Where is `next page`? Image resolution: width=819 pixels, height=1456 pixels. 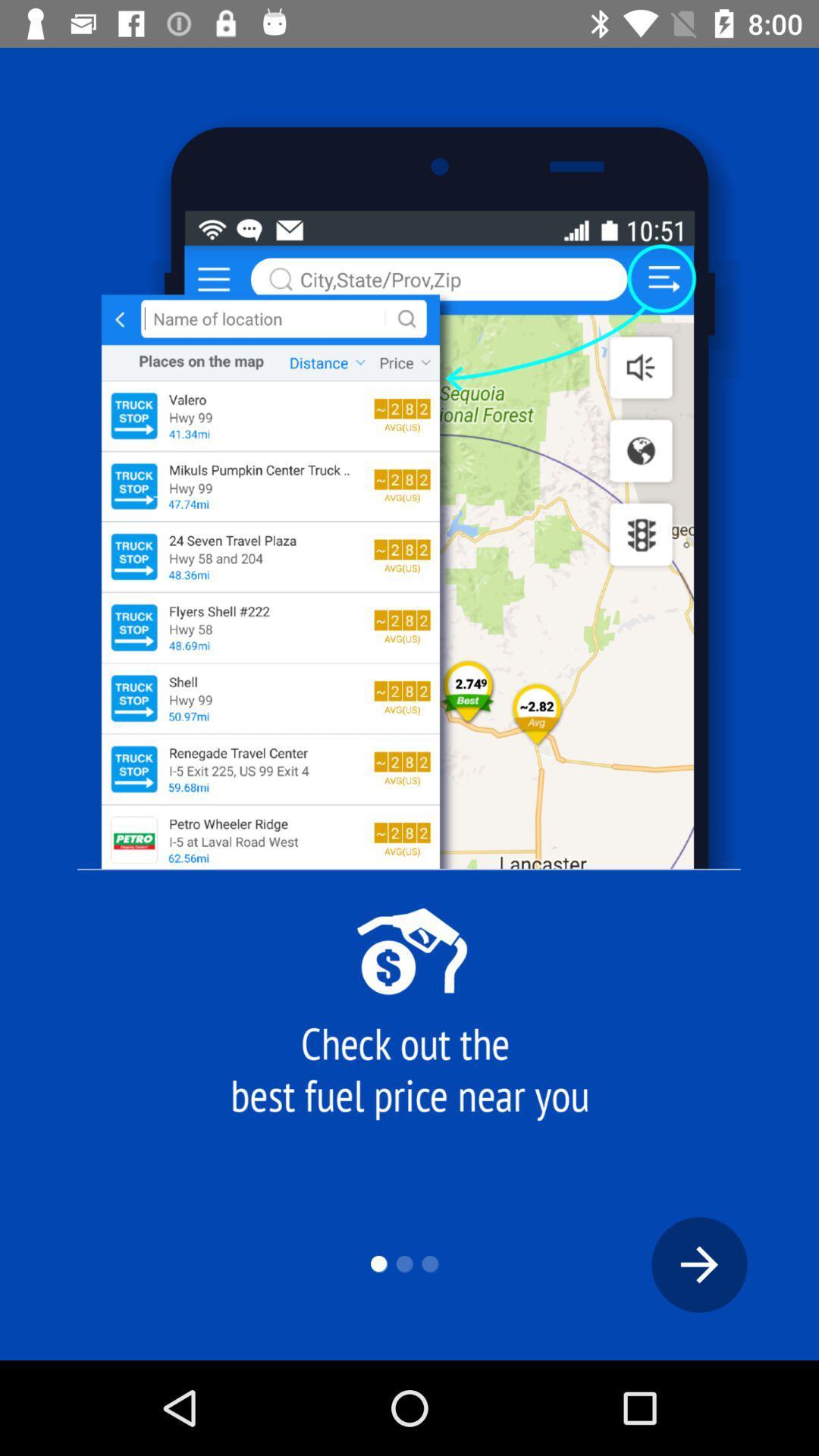 next page is located at coordinates (699, 1264).